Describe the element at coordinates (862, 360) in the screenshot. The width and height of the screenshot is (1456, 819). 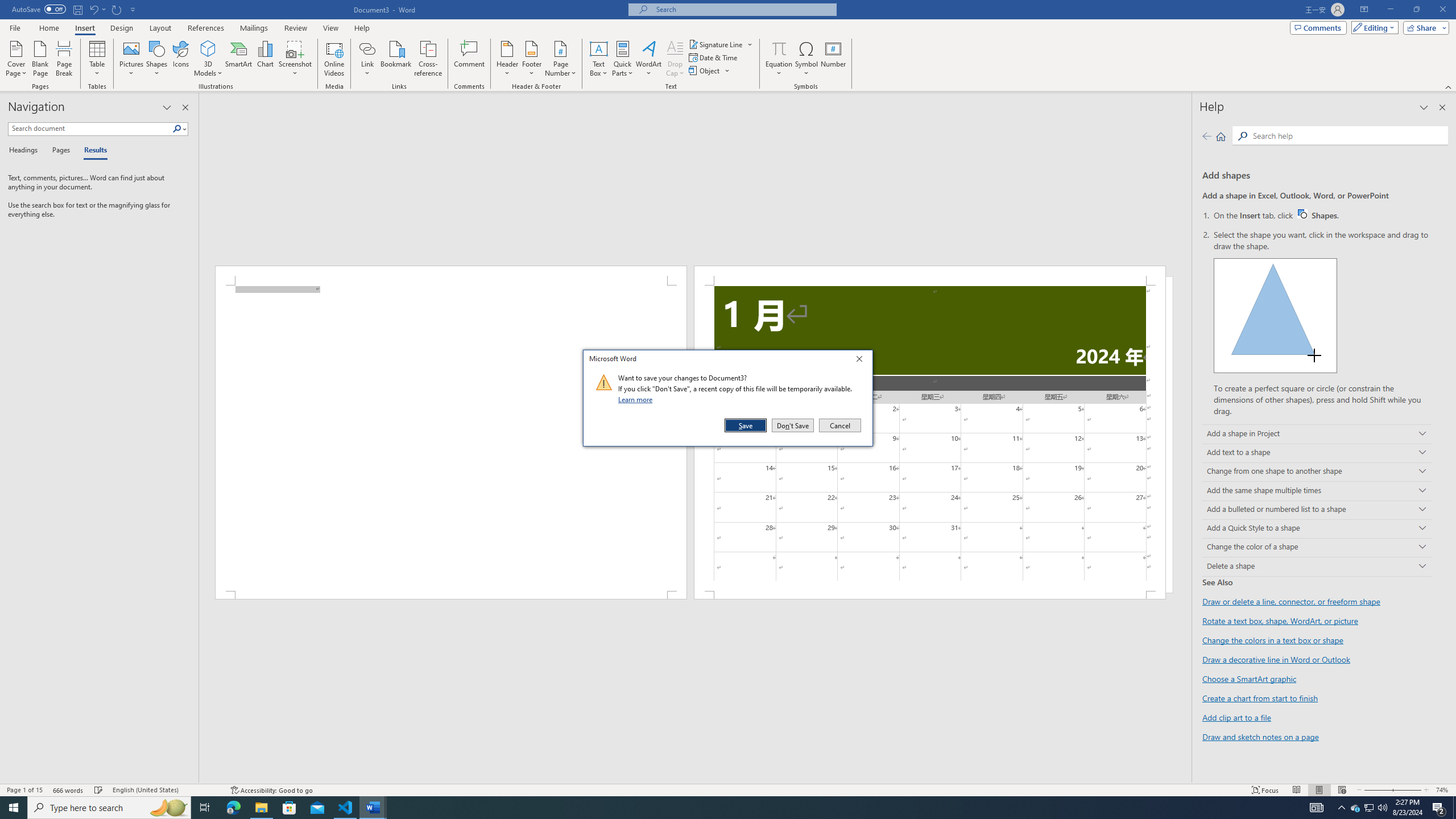
I see `'Close'` at that location.